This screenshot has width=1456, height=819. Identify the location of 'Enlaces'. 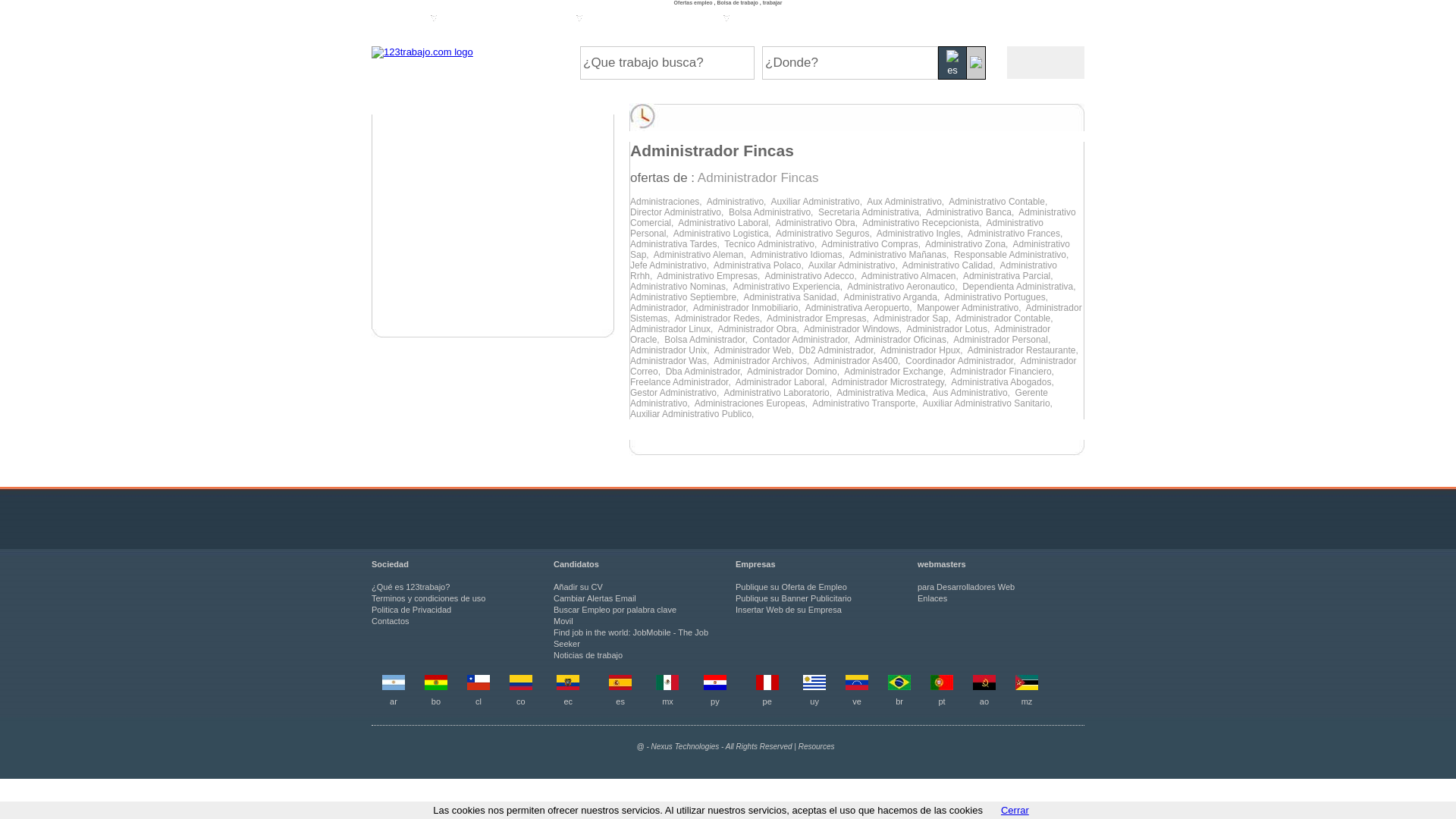
(916, 598).